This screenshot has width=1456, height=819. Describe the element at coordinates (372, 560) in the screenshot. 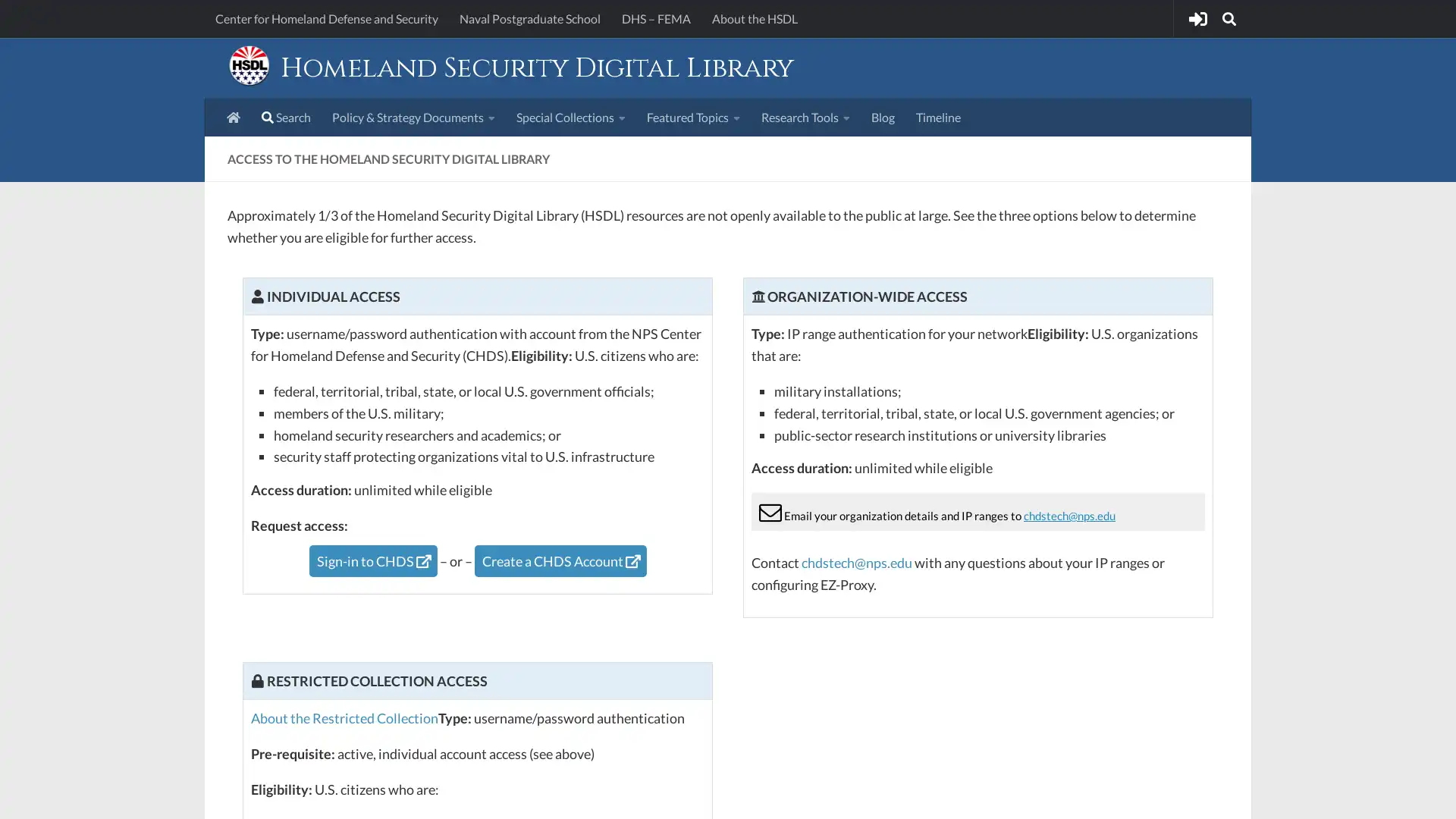

I see `Sign-in to CHDS` at that location.